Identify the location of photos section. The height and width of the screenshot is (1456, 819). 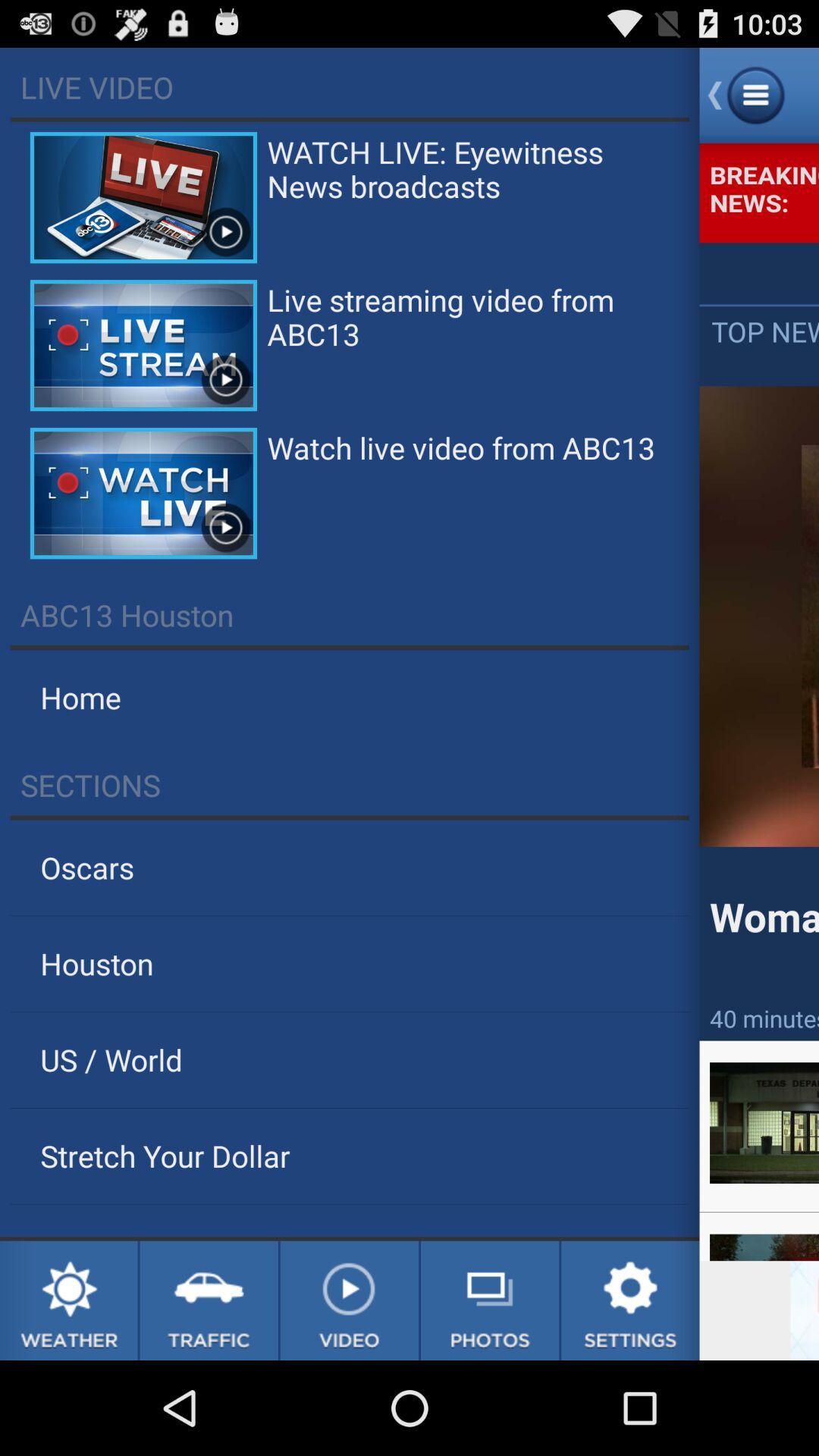
(490, 1300).